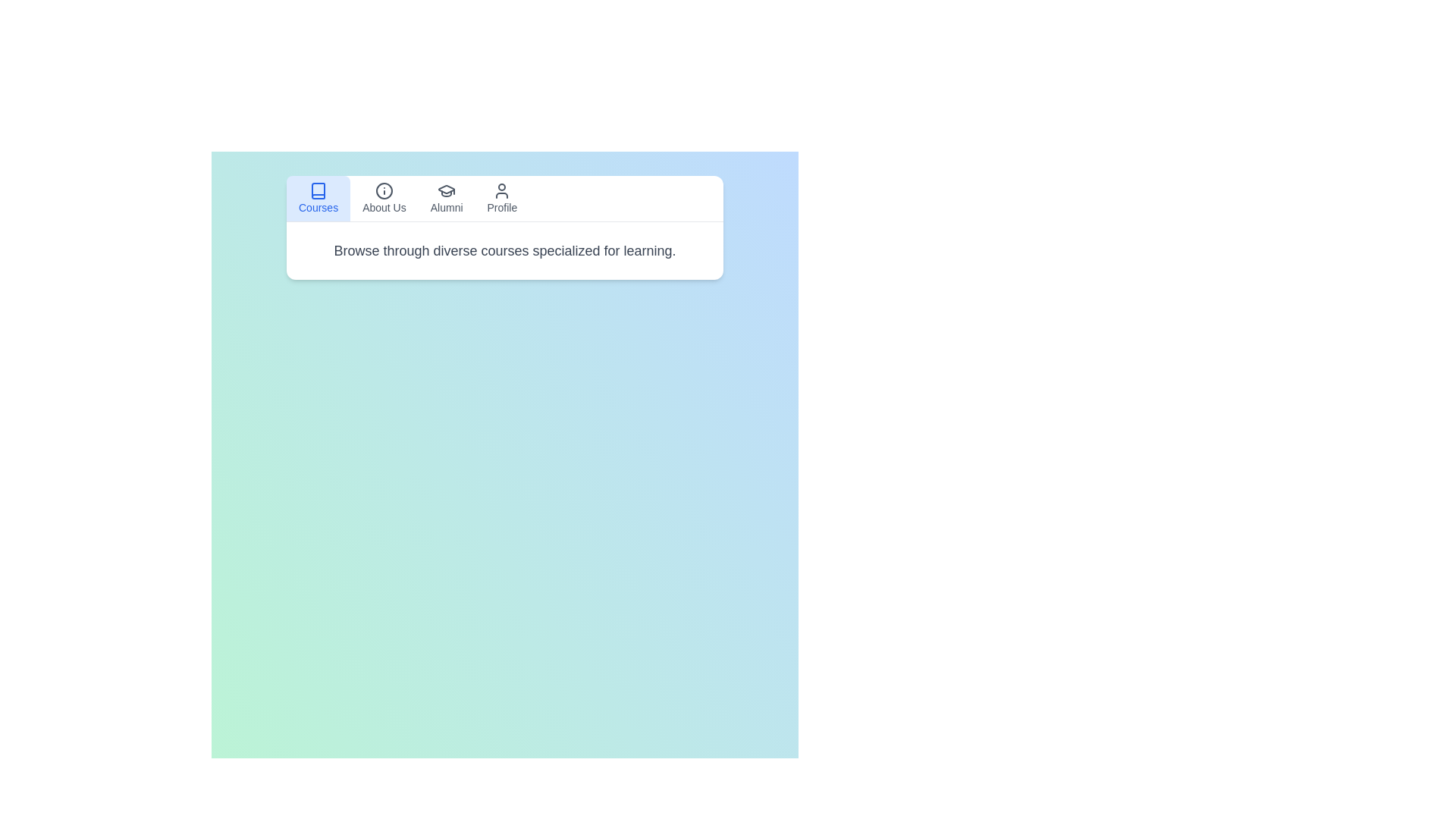 The height and width of the screenshot is (819, 1456). What do you see at coordinates (318, 198) in the screenshot?
I see `the tab labeled Courses to view its content` at bounding box center [318, 198].